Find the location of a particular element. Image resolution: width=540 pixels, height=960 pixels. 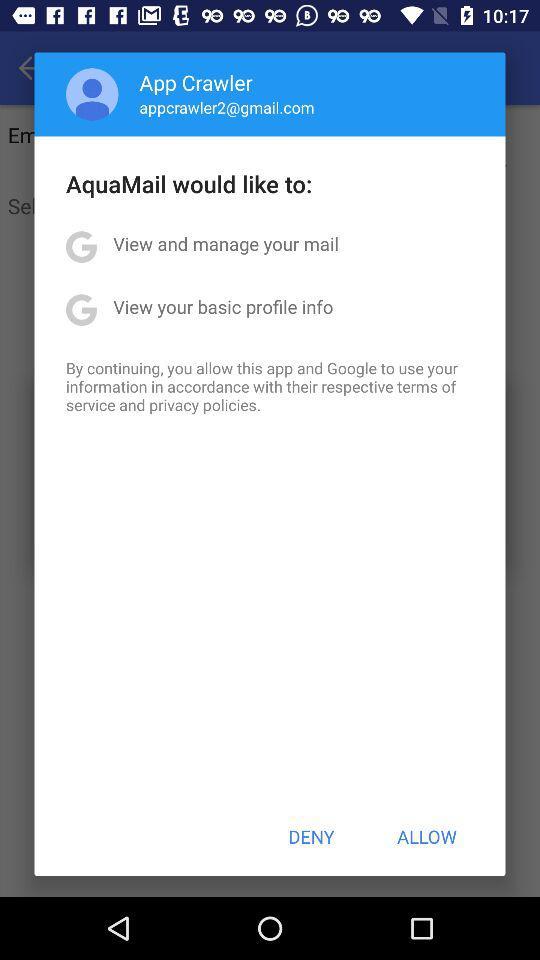

icon above aquamail would like item is located at coordinates (91, 94).